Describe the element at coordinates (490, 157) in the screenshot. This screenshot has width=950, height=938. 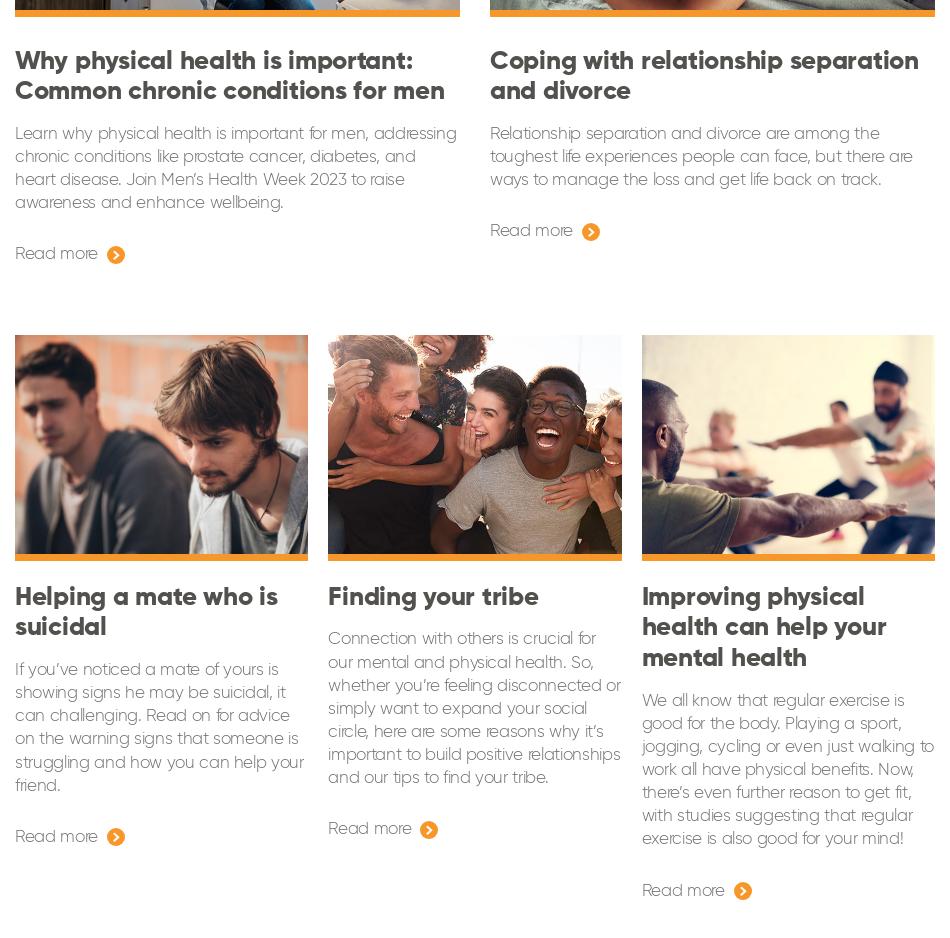
I see `'Relationship separation and divorce are among the toughest life experiences people can face, but there are ways to manage the loss and get life back on track.'` at that location.